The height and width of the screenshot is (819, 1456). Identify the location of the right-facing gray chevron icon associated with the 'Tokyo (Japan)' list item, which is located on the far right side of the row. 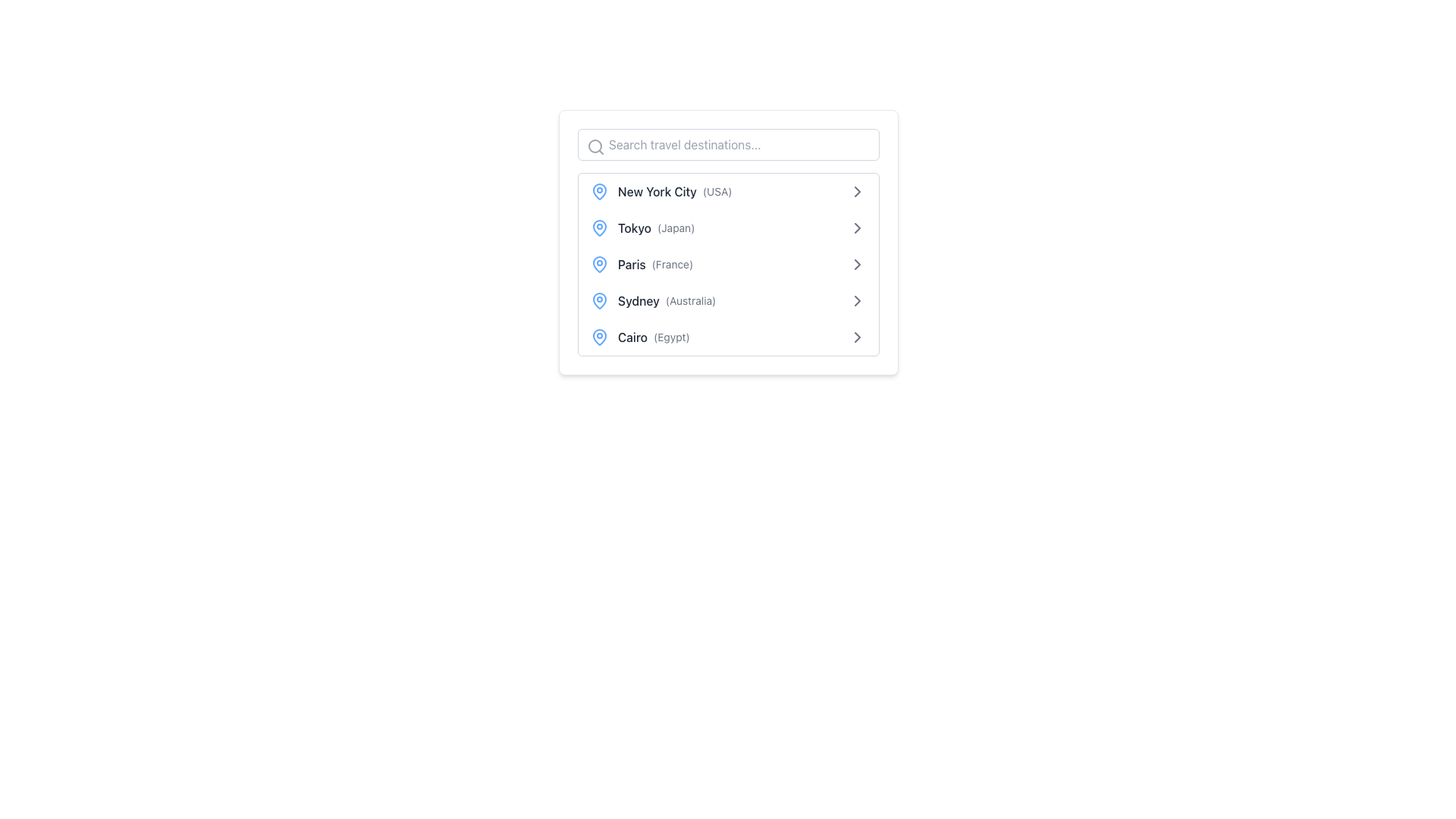
(858, 227).